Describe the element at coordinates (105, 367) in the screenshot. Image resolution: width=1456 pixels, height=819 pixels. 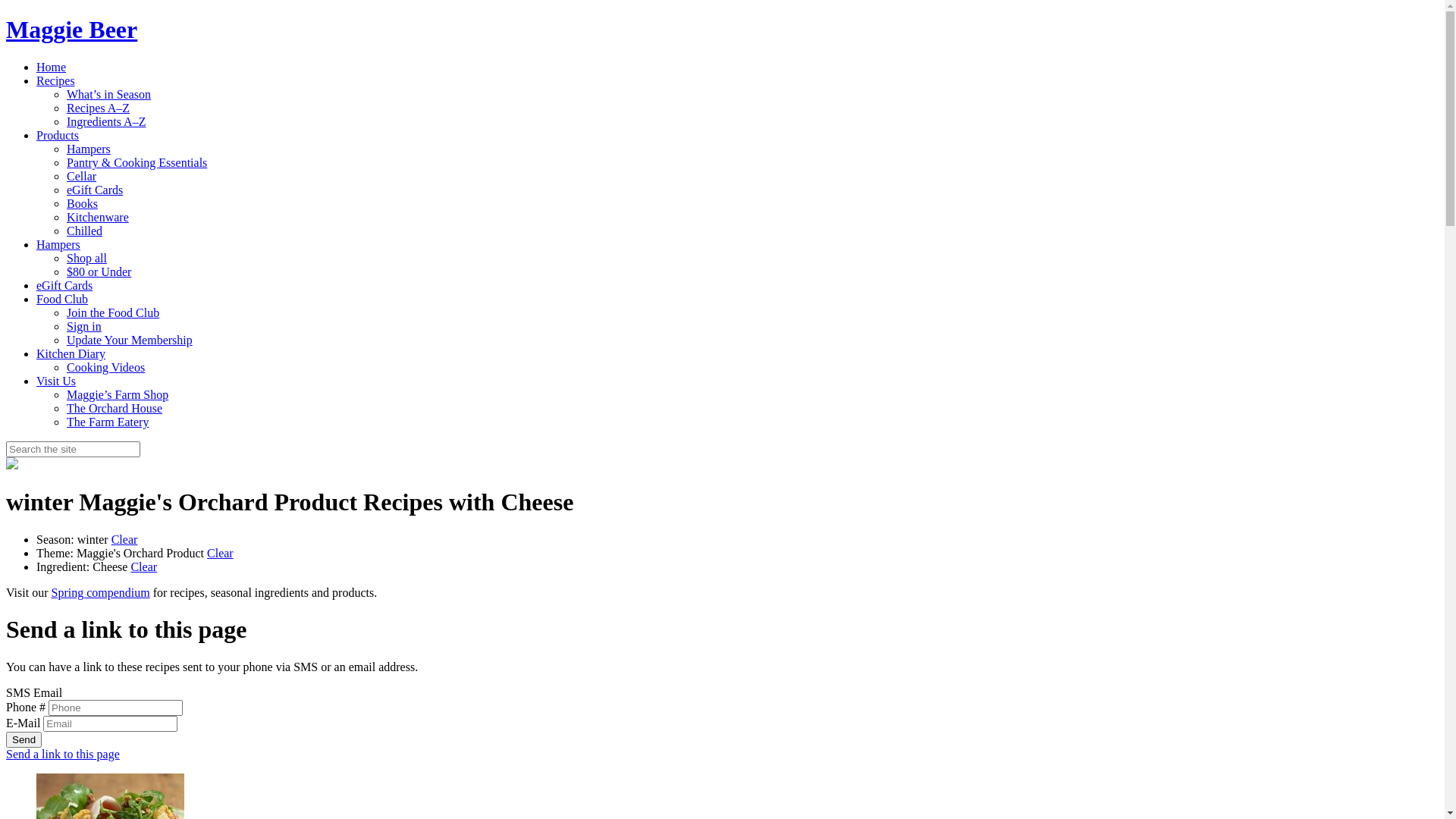
I see `'Cooking Videos'` at that location.